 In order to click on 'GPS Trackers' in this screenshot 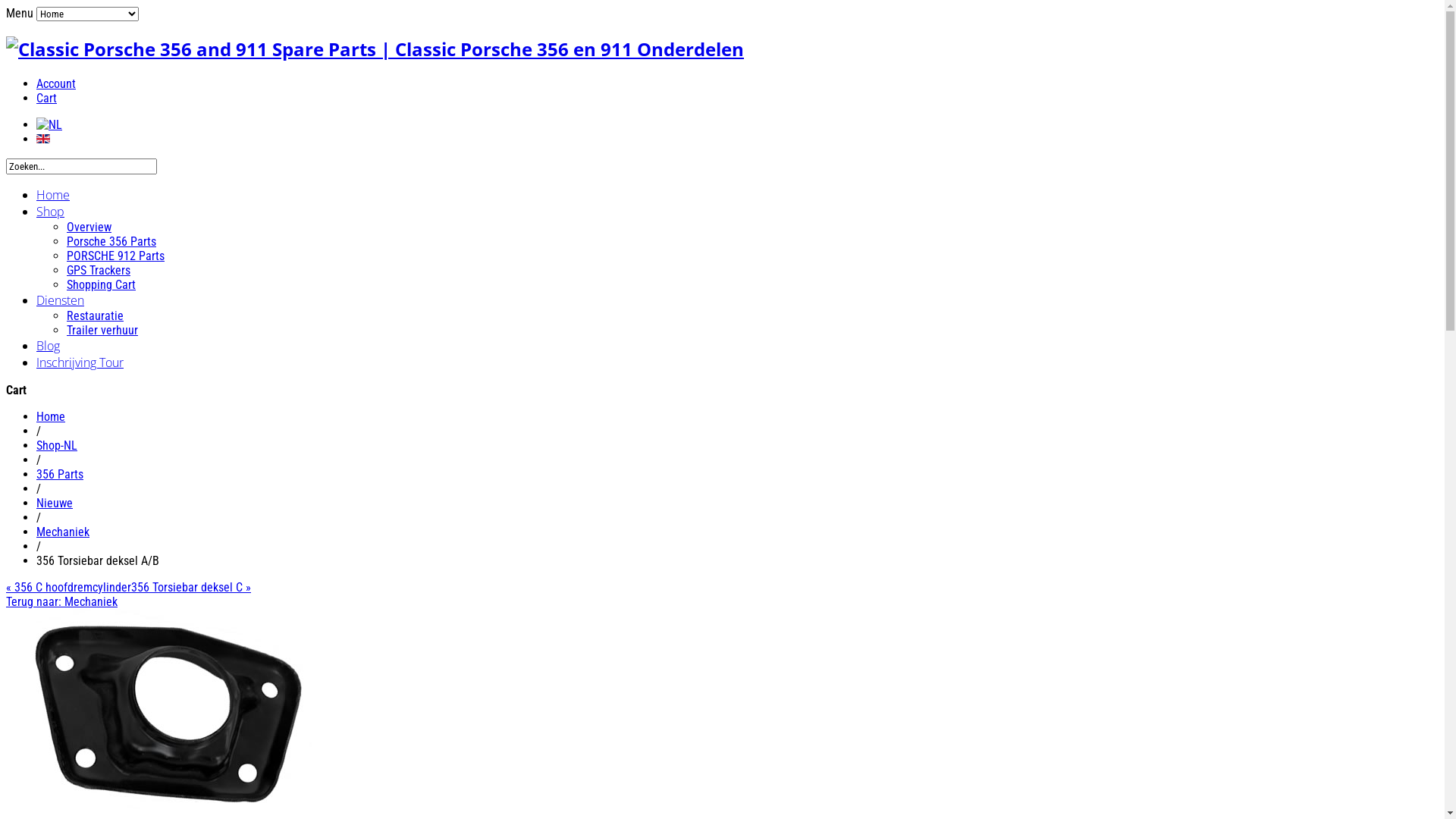, I will do `click(97, 269)`.